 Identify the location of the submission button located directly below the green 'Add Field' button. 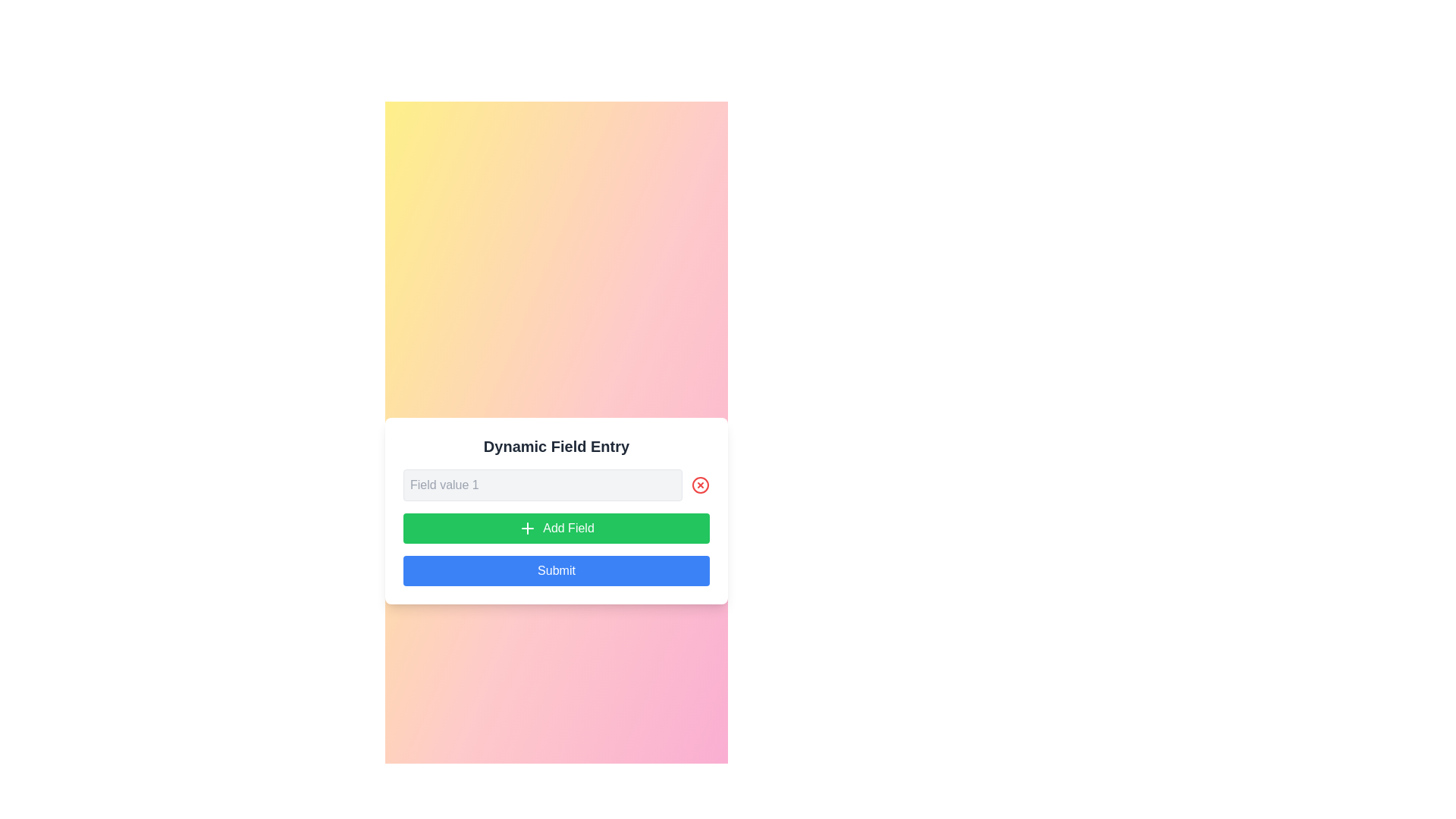
(556, 570).